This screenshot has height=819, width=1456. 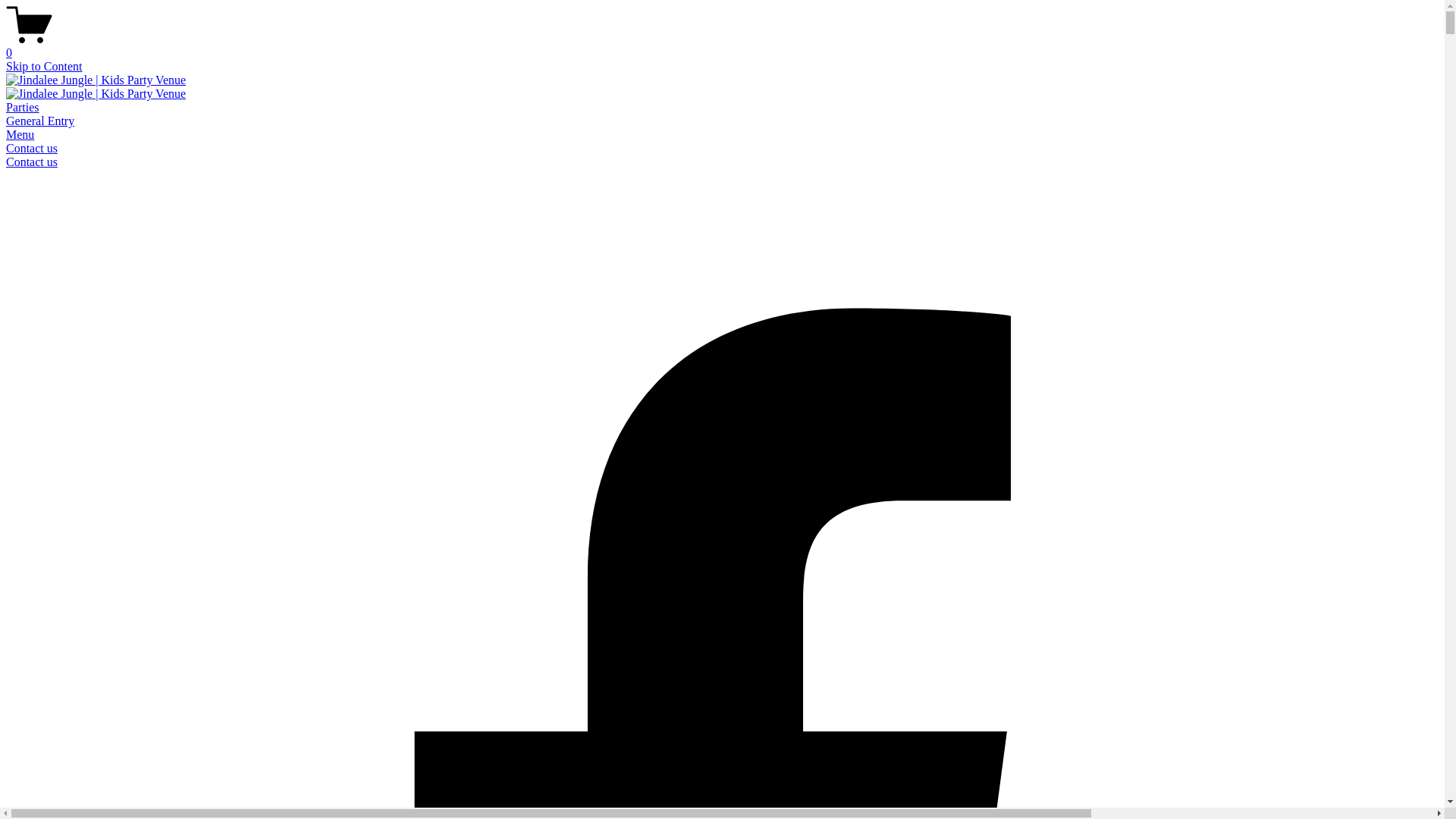 What do you see at coordinates (22, 106) in the screenshot?
I see `'Parties'` at bounding box center [22, 106].